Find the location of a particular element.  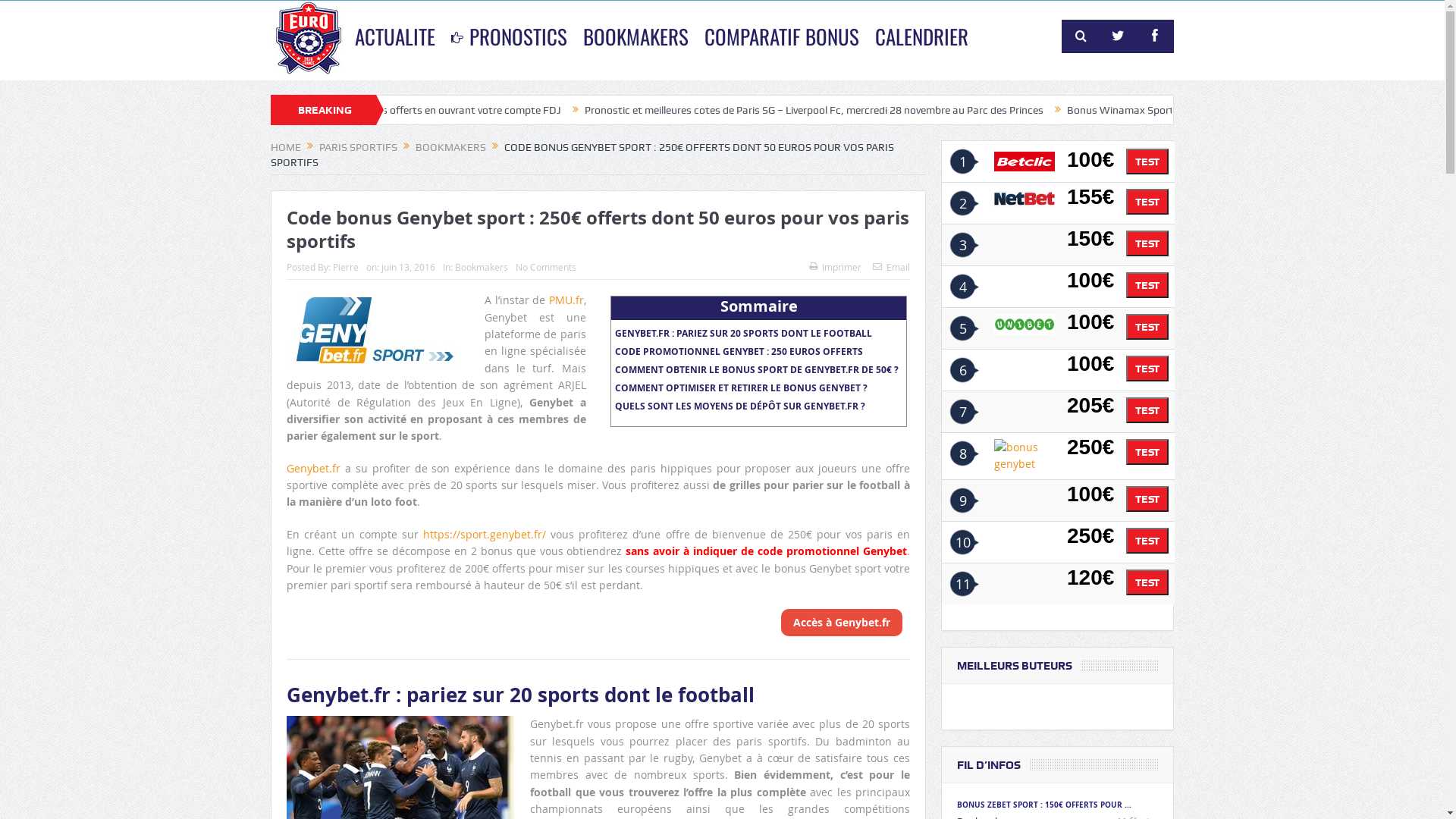

'BOOKMAKERS' is located at coordinates (415, 146).